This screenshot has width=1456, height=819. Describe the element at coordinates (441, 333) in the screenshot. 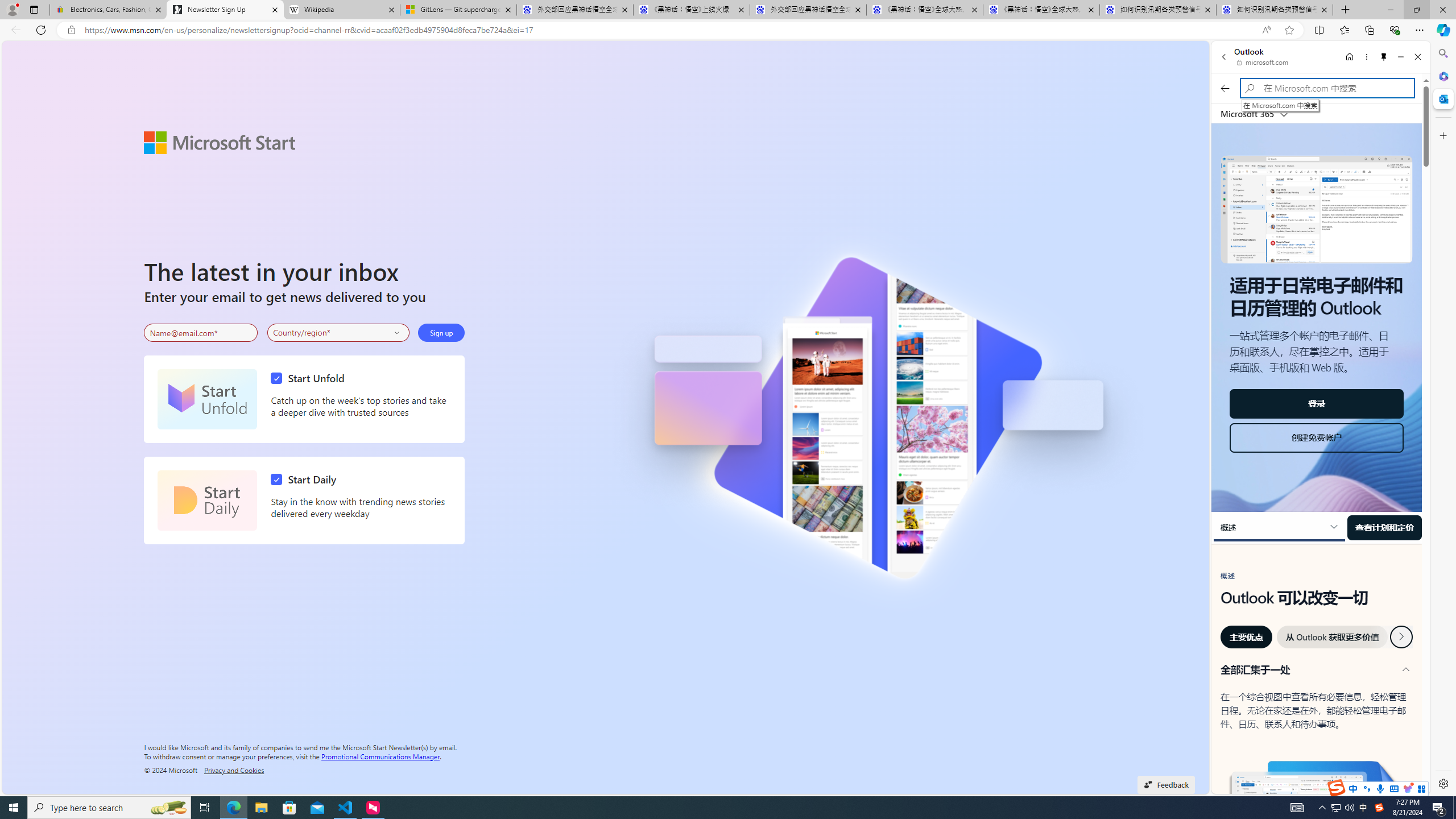

I see `'Sign up'` at that location.